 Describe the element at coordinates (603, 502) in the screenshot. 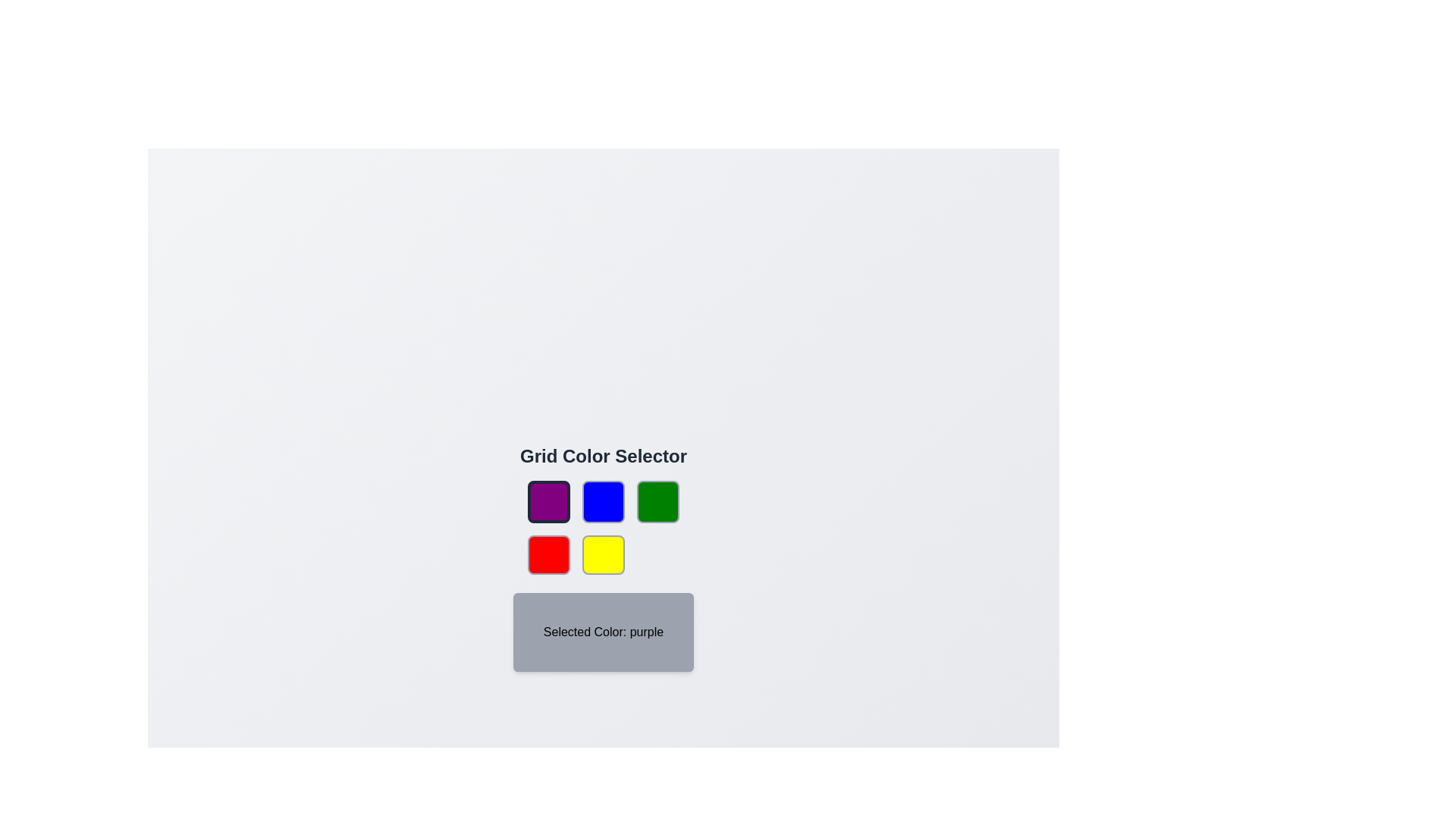

I see `the color button corresponding to blue` at that location.